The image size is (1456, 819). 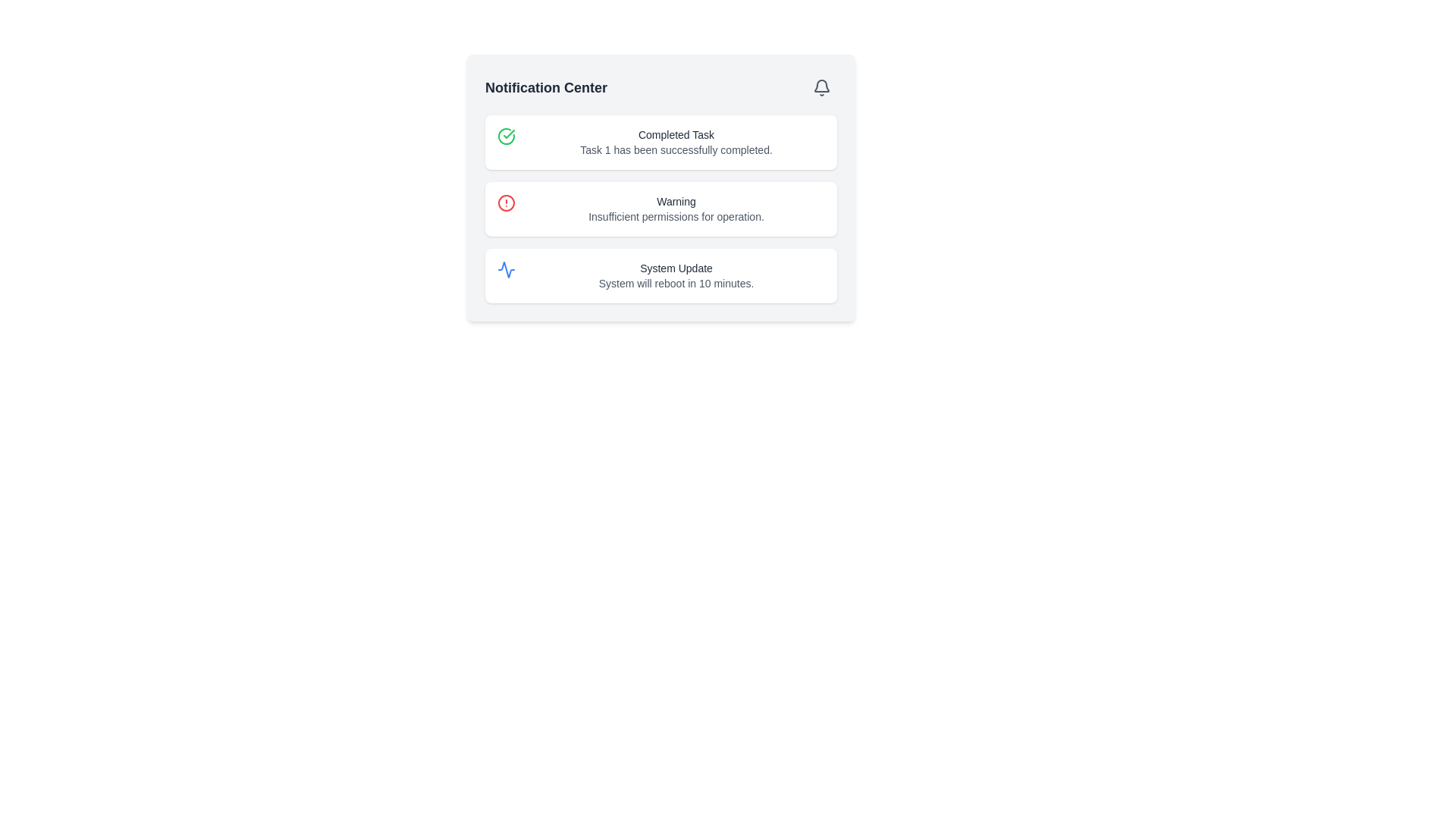 What do you see at coordinates (676, 143) in the screenshot?
I see `the notification message indicating the completion of 'Task 1', located to the right of the green circular checkmark icon in the upper section of the notification card` at bounding box center [676, 143].